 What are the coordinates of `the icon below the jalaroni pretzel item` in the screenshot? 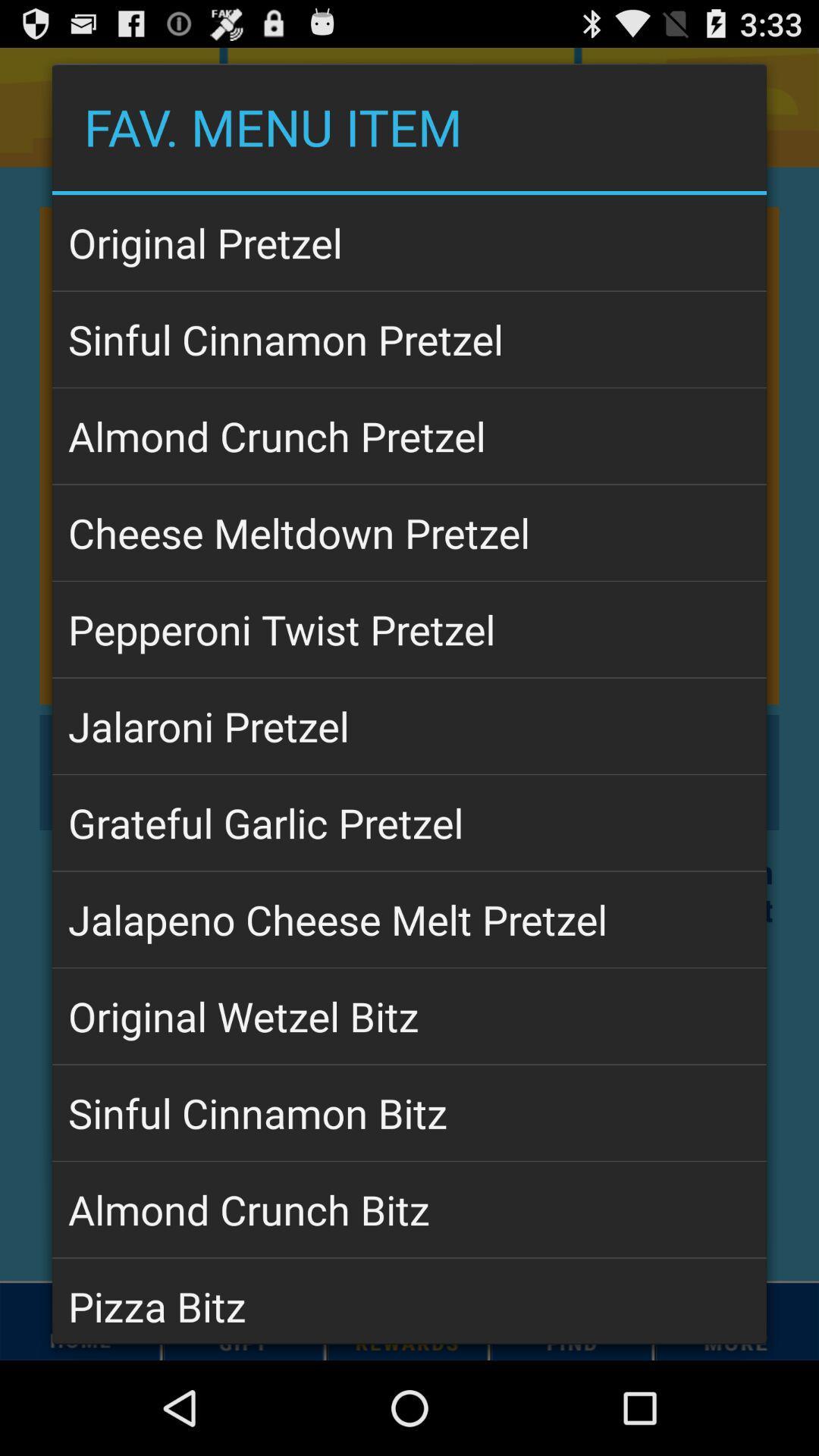 It's located at (409, 822).